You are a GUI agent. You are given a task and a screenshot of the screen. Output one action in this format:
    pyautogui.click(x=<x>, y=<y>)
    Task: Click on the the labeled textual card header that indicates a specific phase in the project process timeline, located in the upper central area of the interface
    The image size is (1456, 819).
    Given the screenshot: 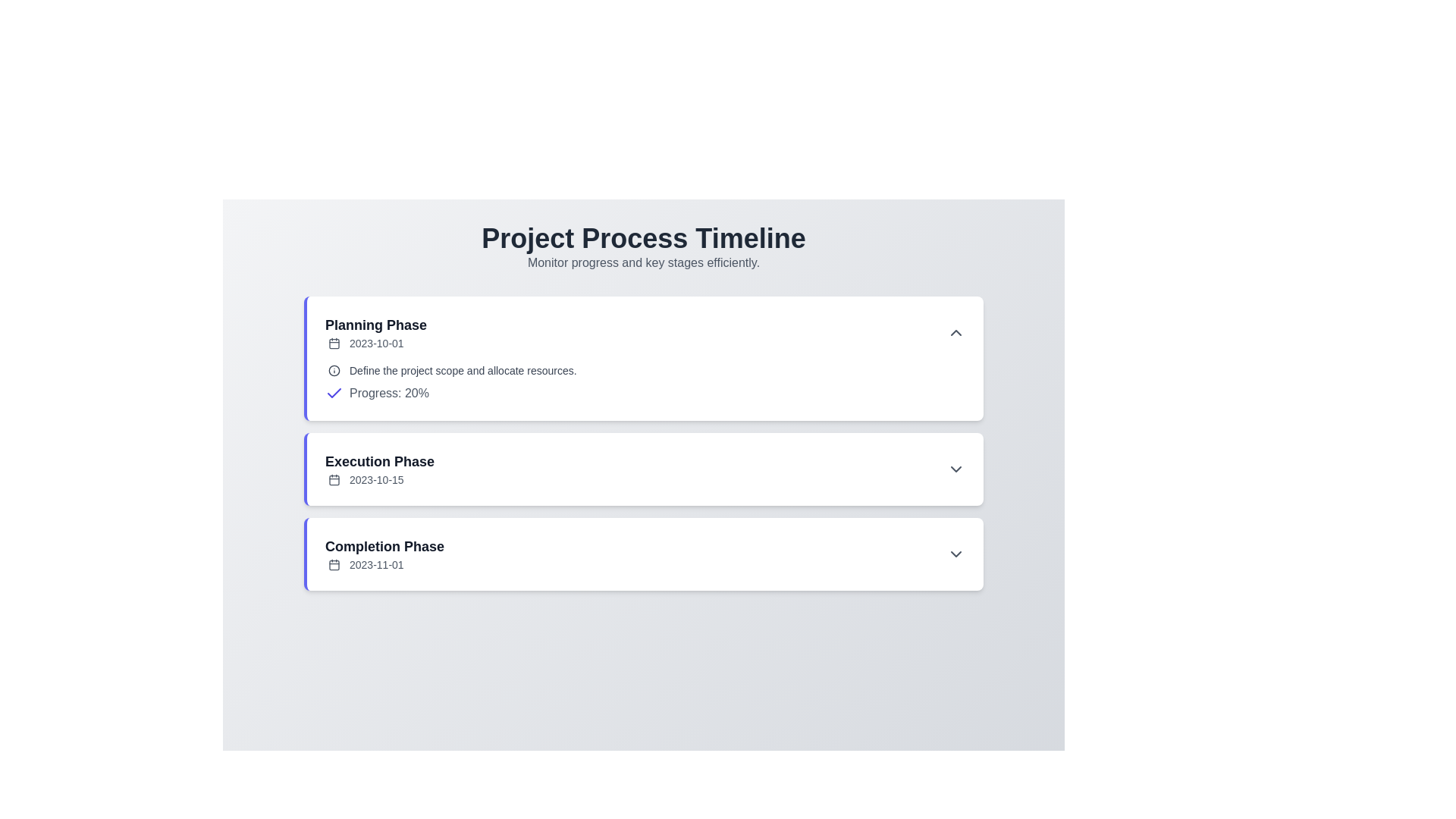 What is the action you would take?
    pyautogui.click(x=375, y=332)
    